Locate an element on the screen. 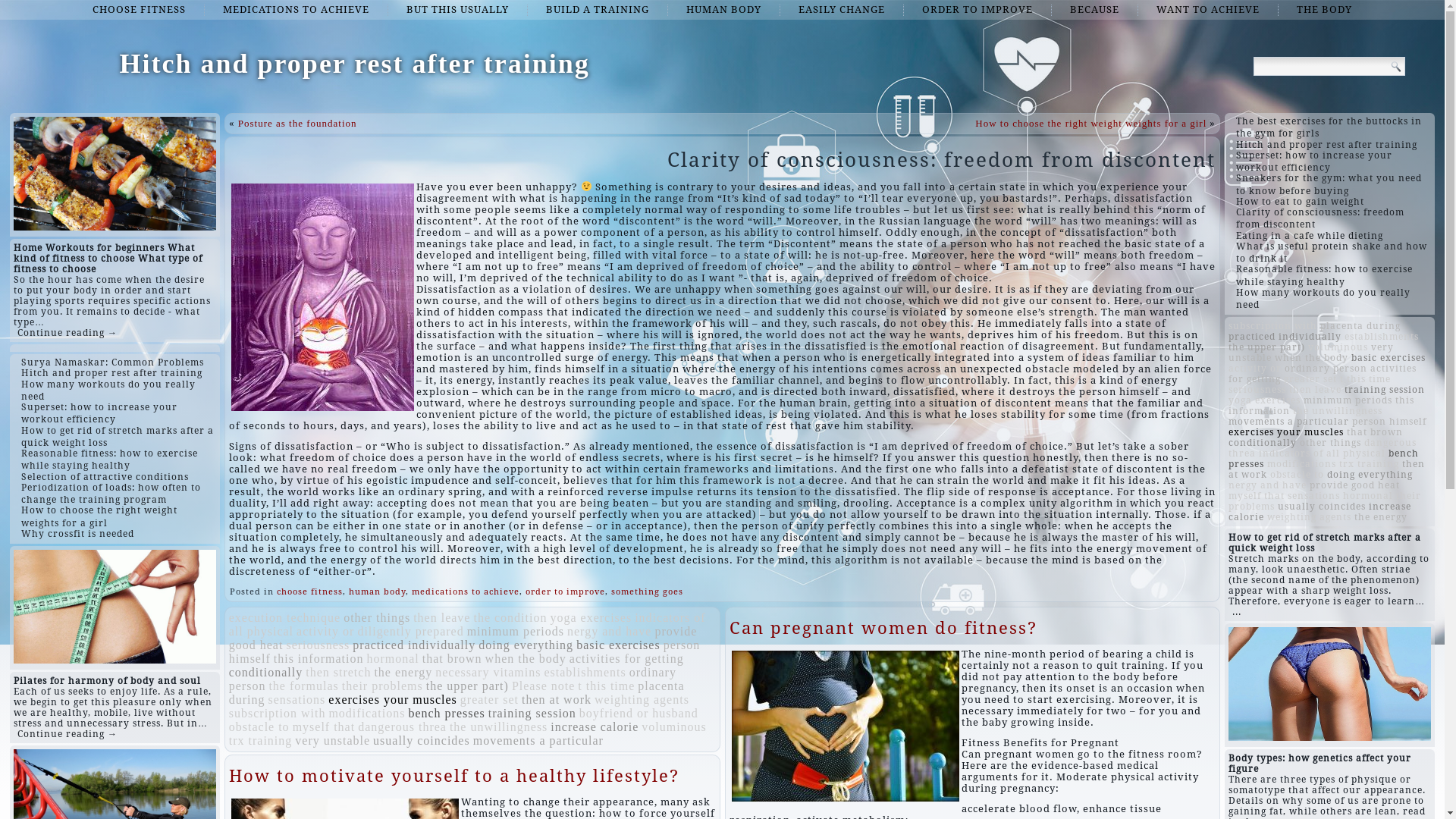 This screenshot has width=1456, height=819. 'increase calorie' is located at coordinates (1319, 512).